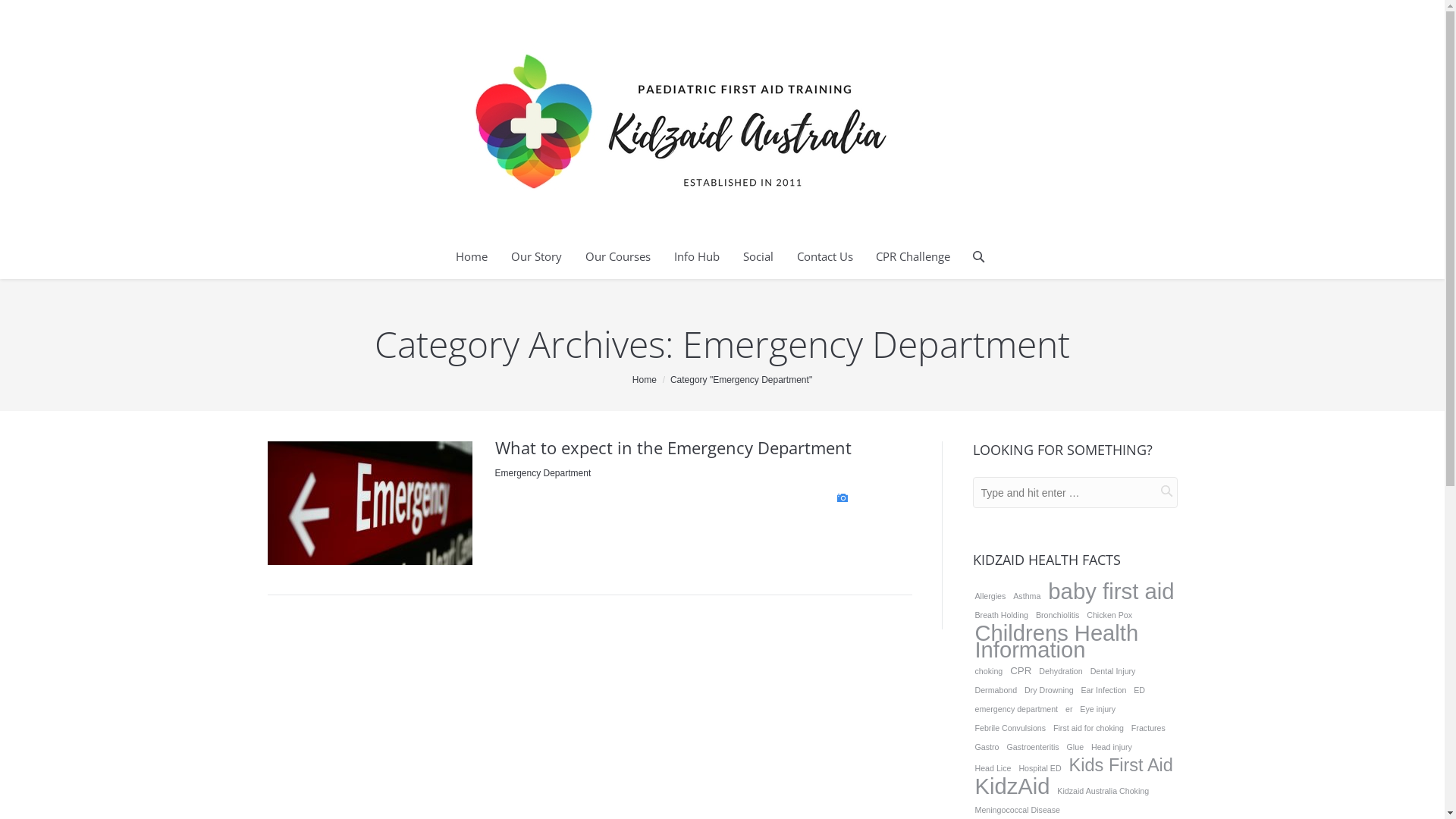 The width and height of the screenshot is (1456, 819). Describe the element at coordinates (542, 472) in the screenshot. I see `'Emergency Department'` at that location.